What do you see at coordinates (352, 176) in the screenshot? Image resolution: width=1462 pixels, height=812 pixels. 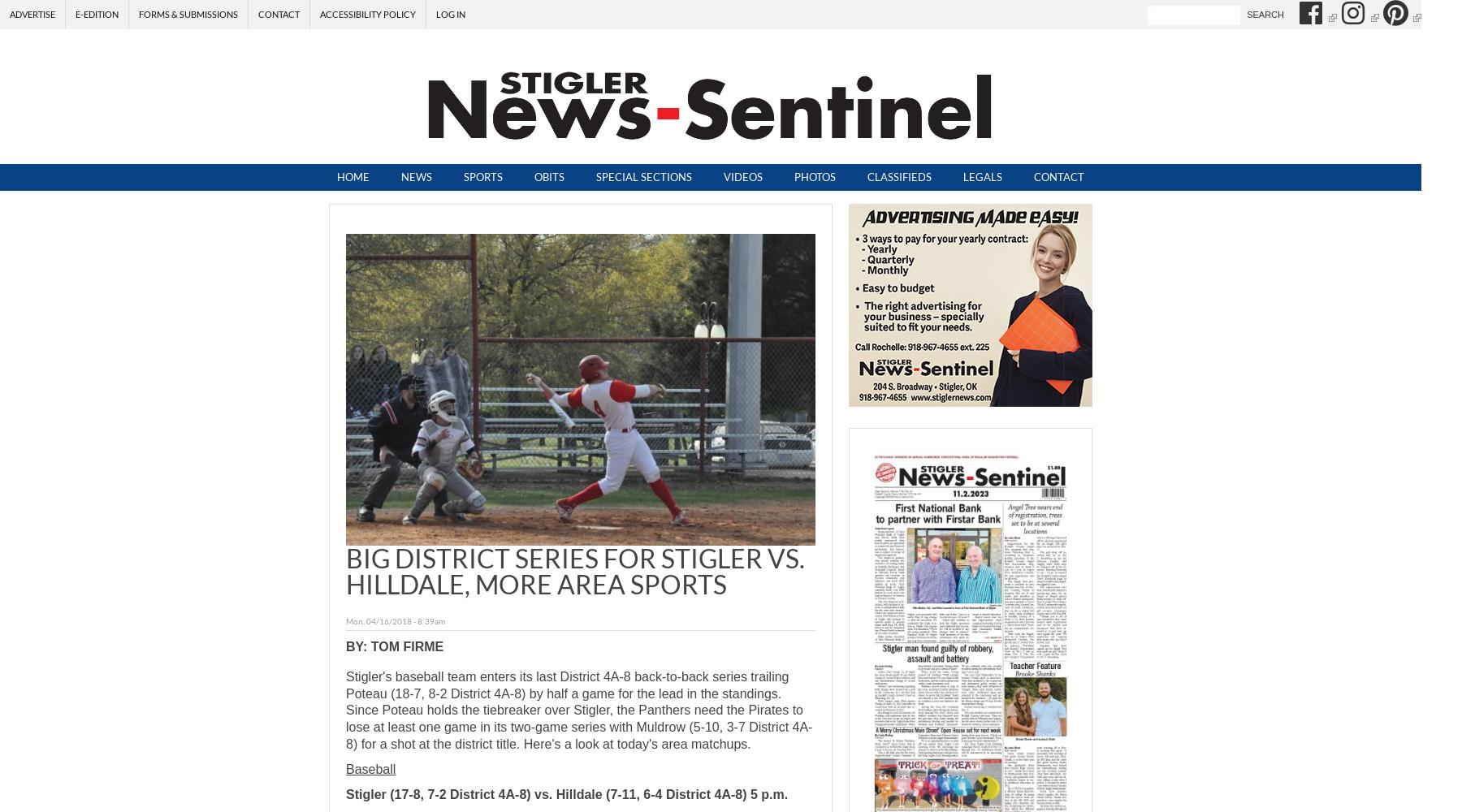 I see `'Home'` at bounding box center [352, 176].